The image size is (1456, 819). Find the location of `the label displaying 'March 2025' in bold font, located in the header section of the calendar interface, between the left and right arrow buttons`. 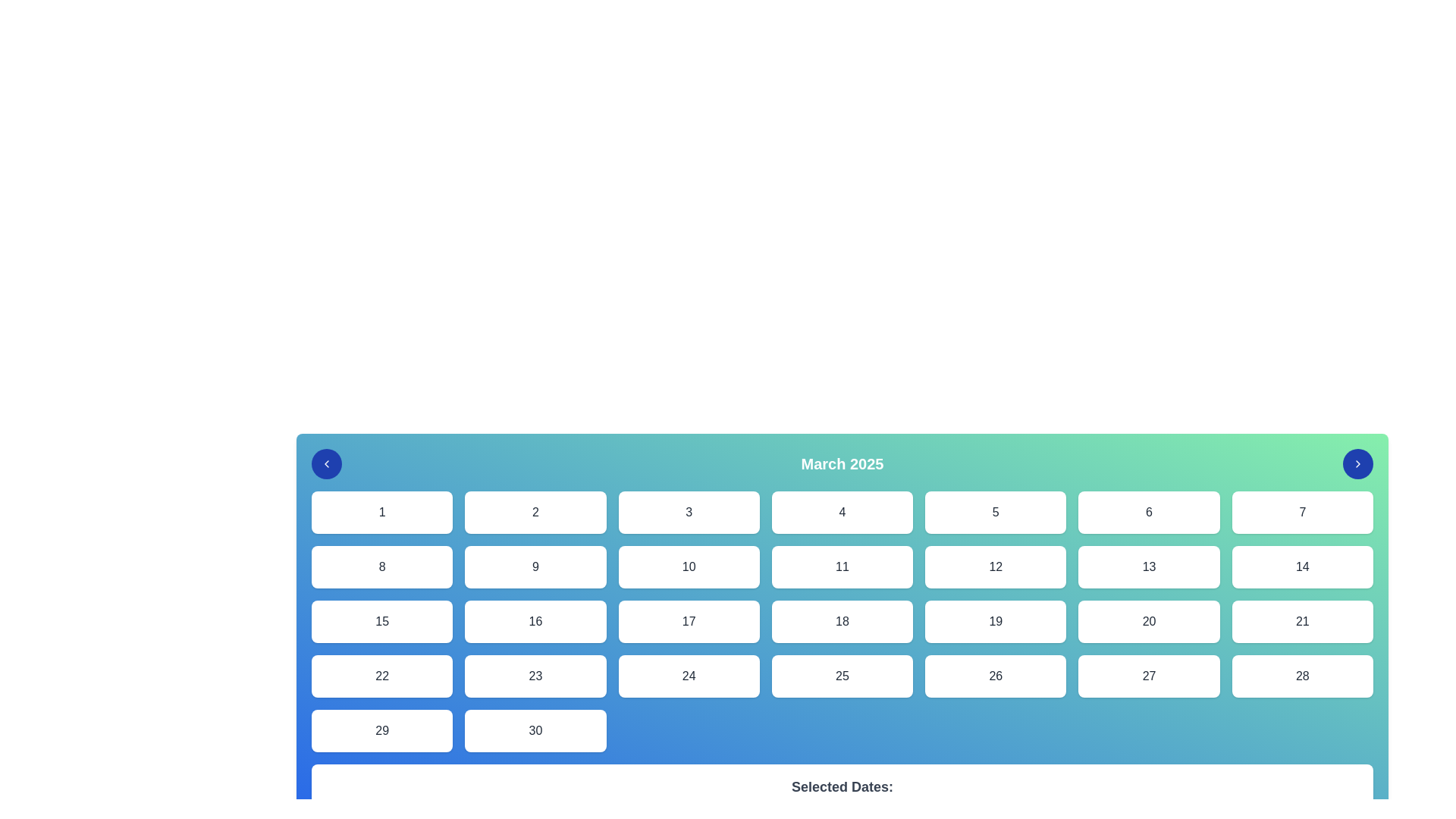

the label displaying 'March 2025' in bold font, located in the header section of the calendar interface, between the left and right arrow buttons is located at coordinates (841, 463).